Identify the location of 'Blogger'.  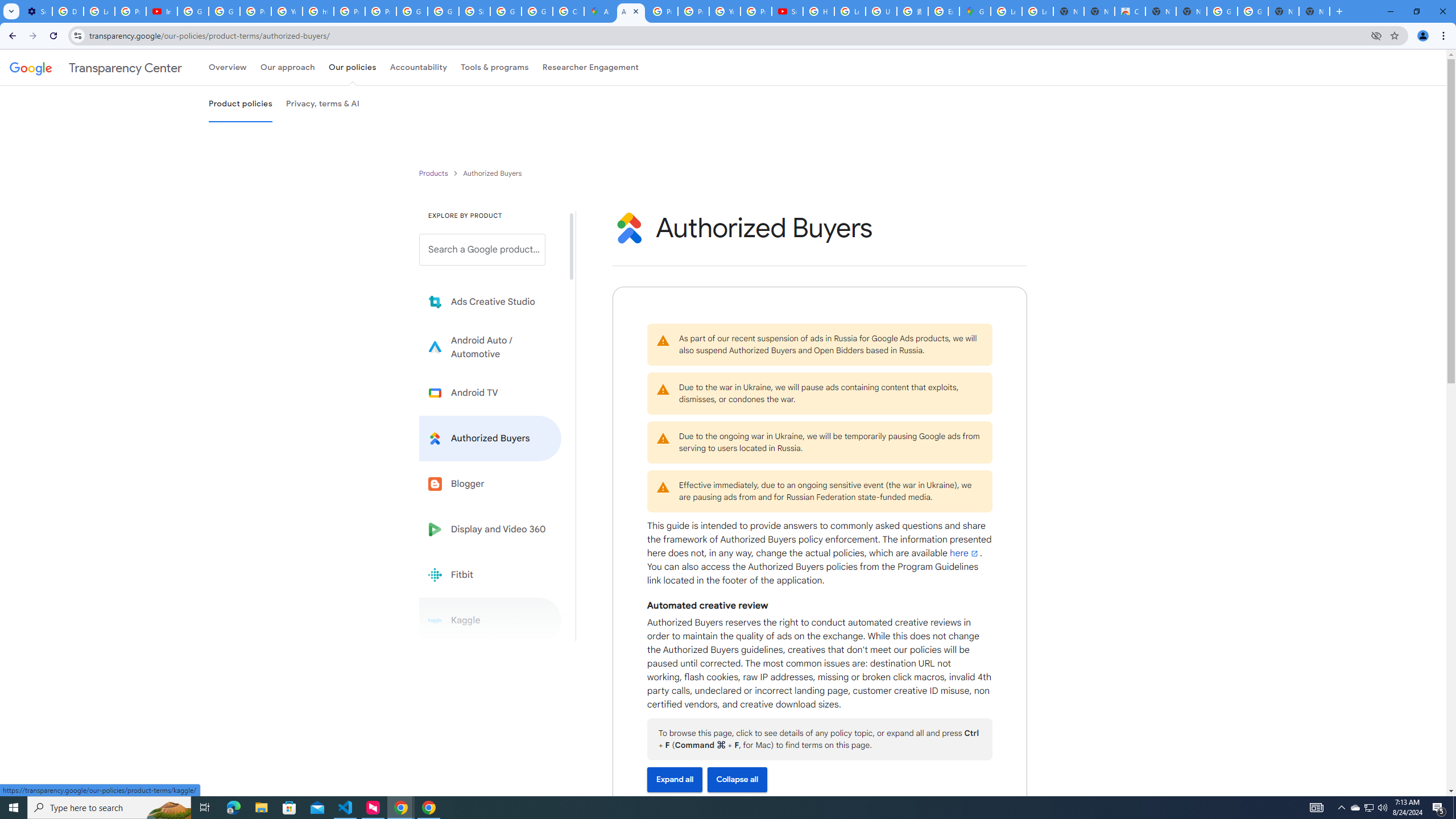
(490, 483).